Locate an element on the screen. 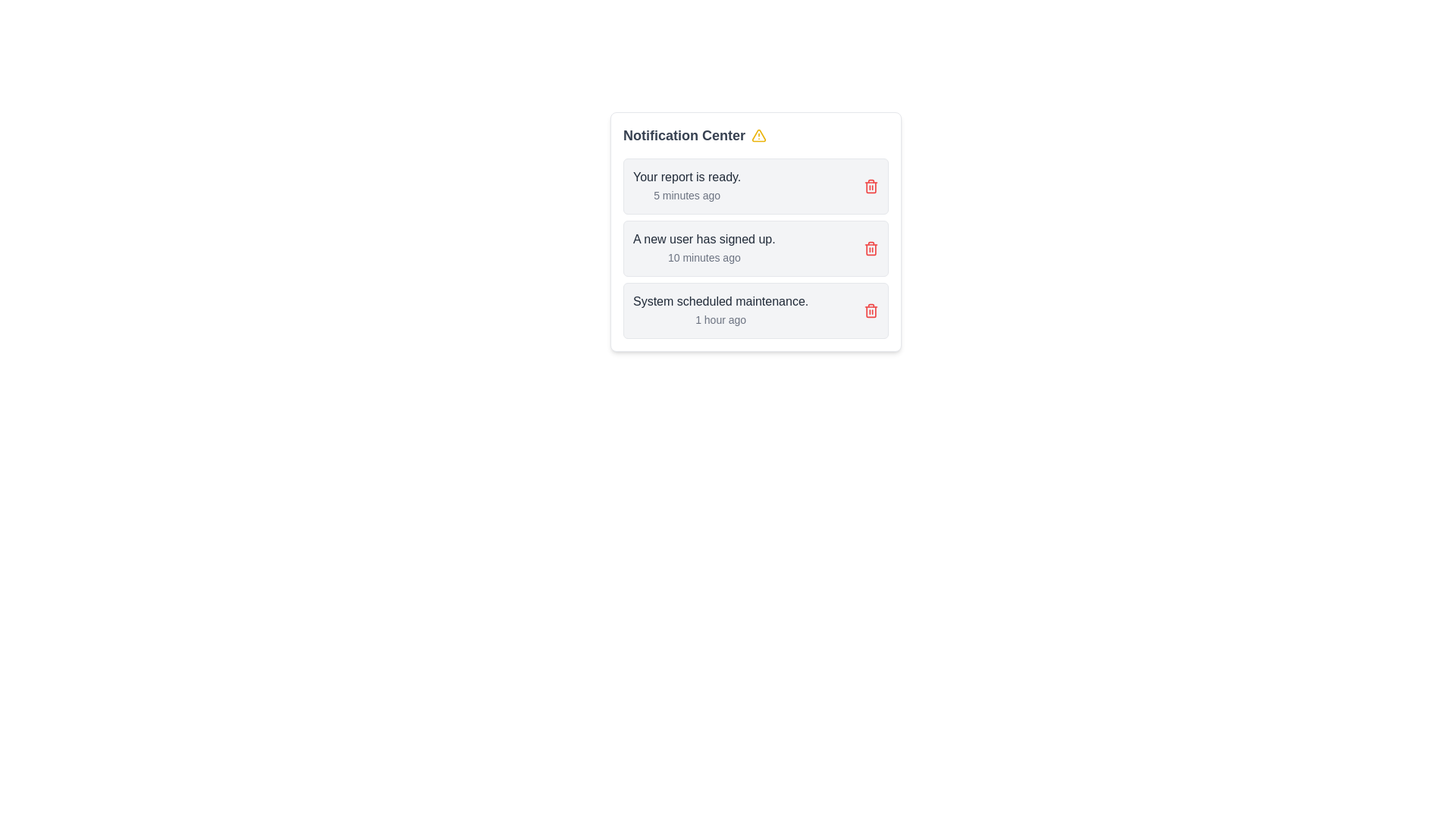 The image size is (1456, 819). the text element displaying '5 minutes ago', which is located directly under 'Your report is ready.' in the first notification entry of the Notification Center is located at coordinates (686, 195).